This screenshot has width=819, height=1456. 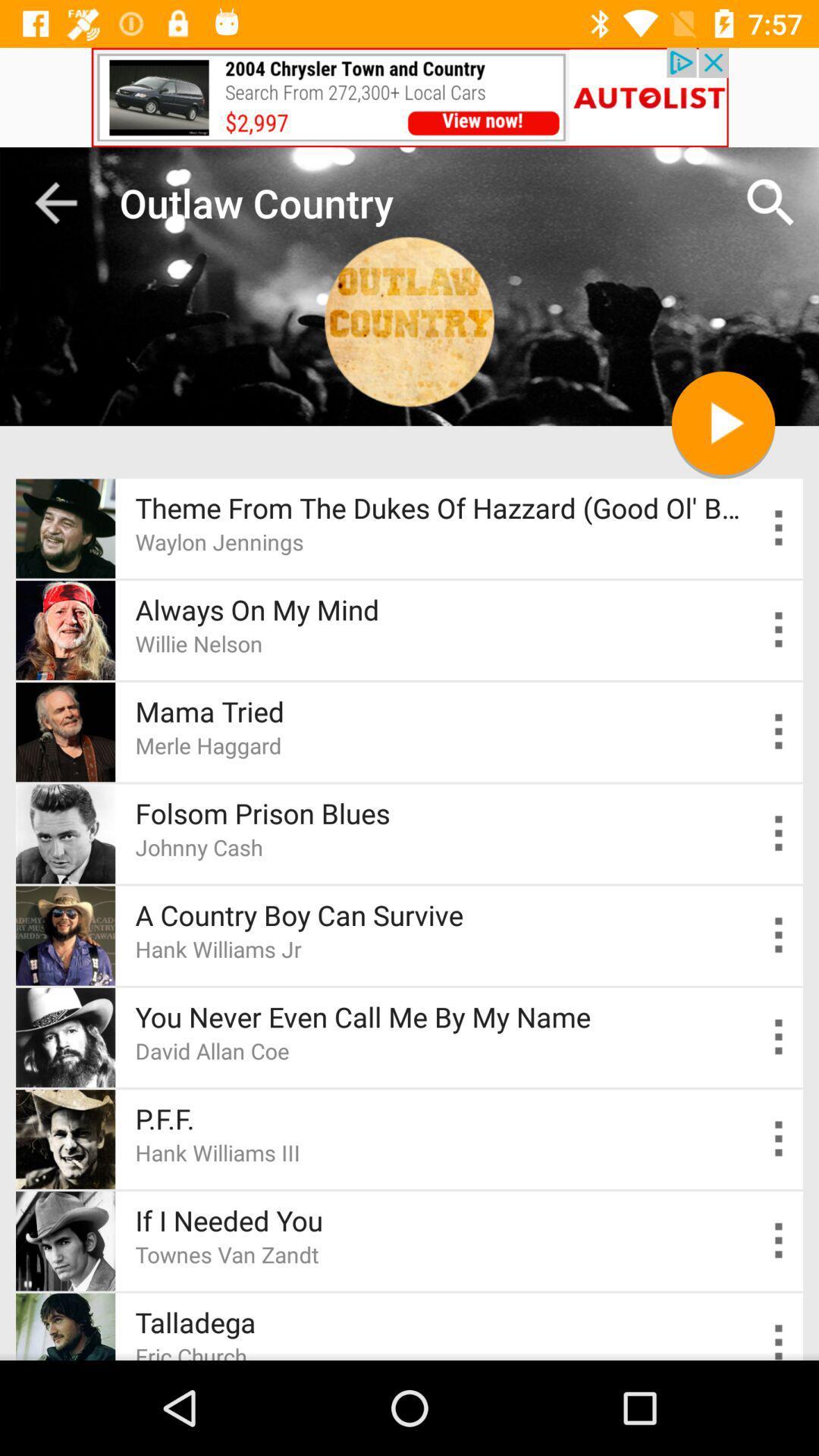 What do you see at coordinates (722, 422) in the screenshot?
I see `next` at bounding box center [722, 422].